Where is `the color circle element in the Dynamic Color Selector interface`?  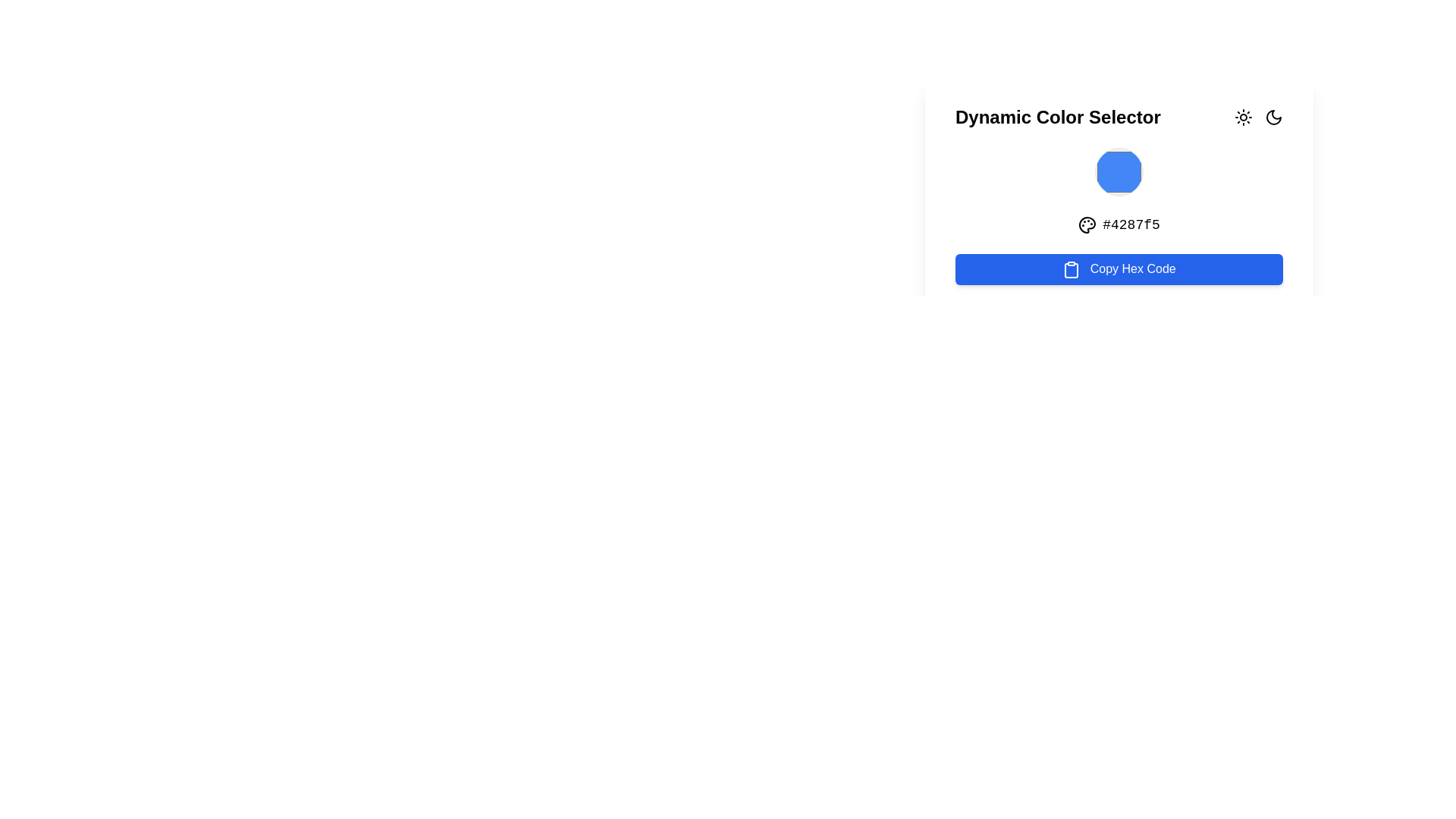
the color circle element in the Dynamic Color Selector interface is located at coordinates (1119, 175).